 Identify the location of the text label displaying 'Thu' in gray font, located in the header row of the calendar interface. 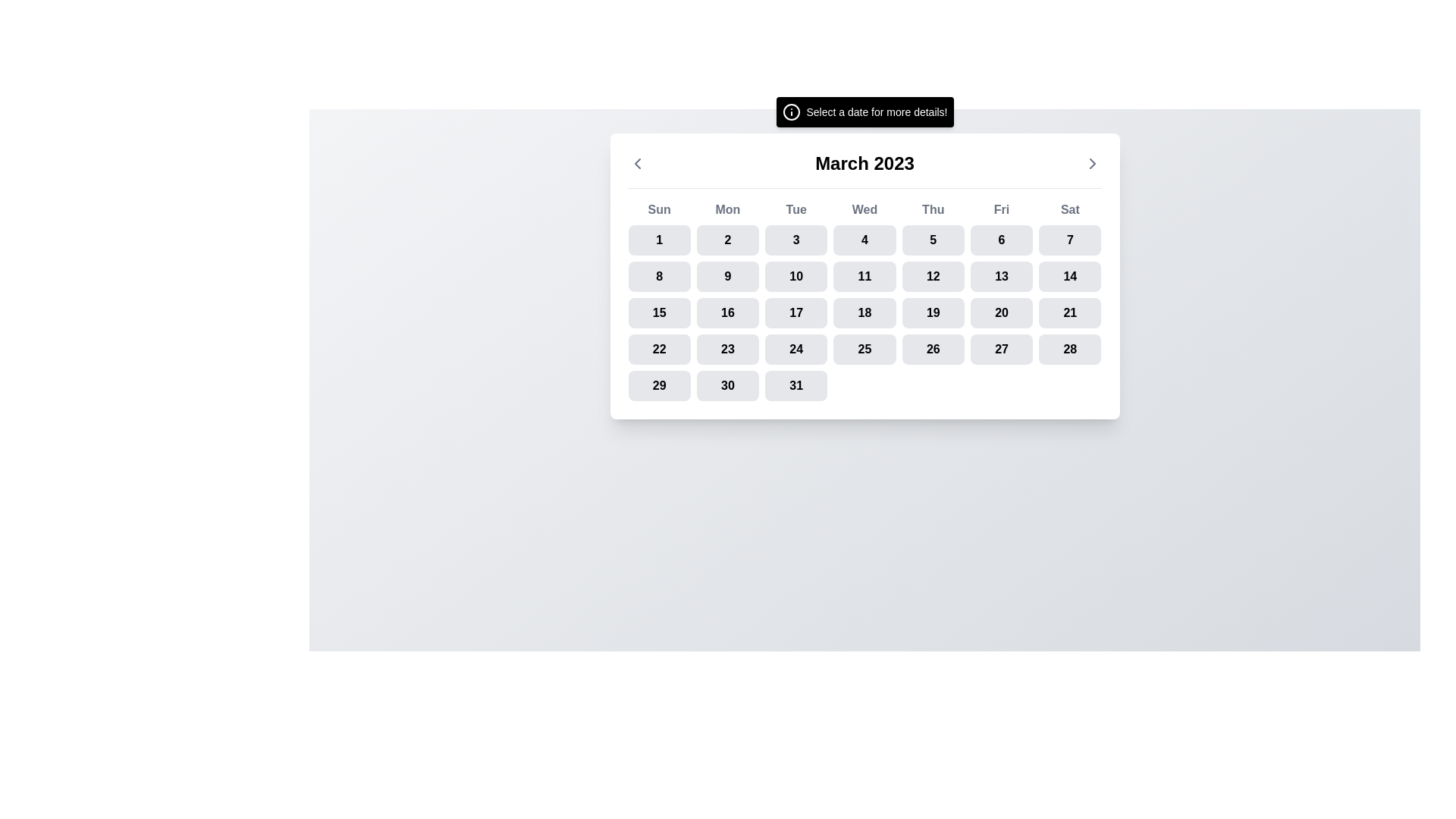
(932, 210).